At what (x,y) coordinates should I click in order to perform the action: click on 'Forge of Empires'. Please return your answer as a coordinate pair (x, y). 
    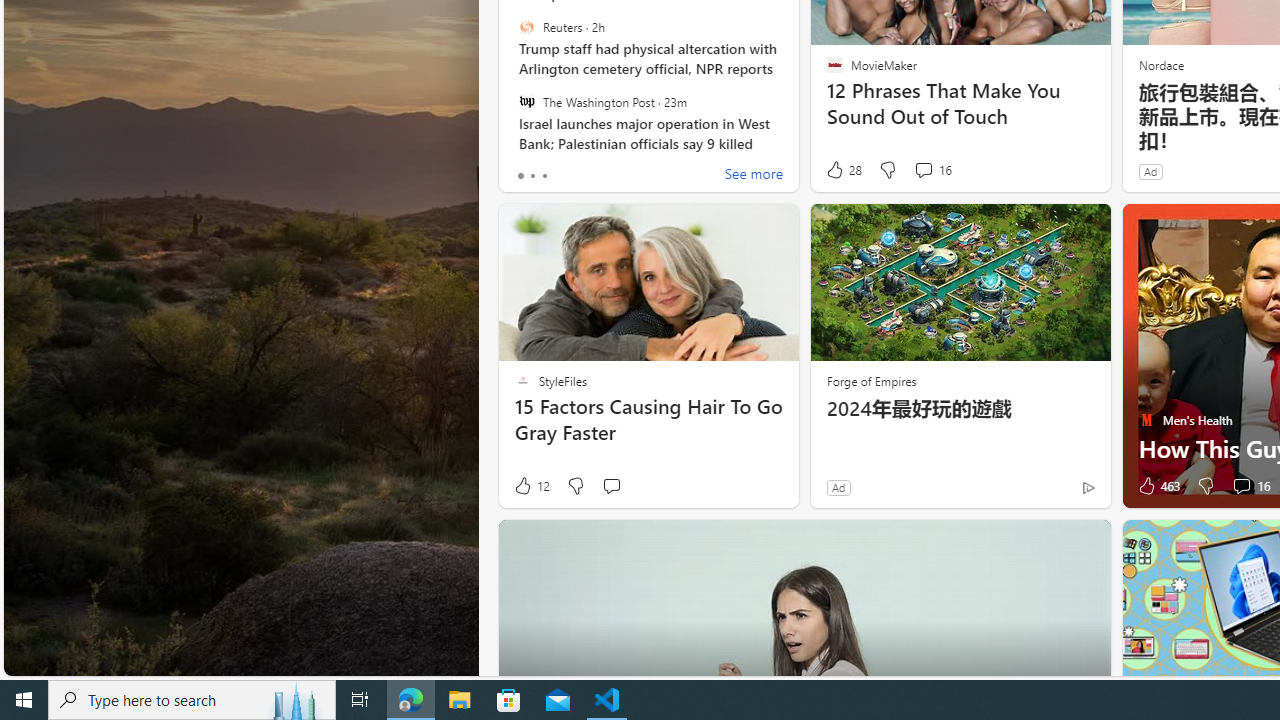
    Looking at the image, I should click on (871, 380).